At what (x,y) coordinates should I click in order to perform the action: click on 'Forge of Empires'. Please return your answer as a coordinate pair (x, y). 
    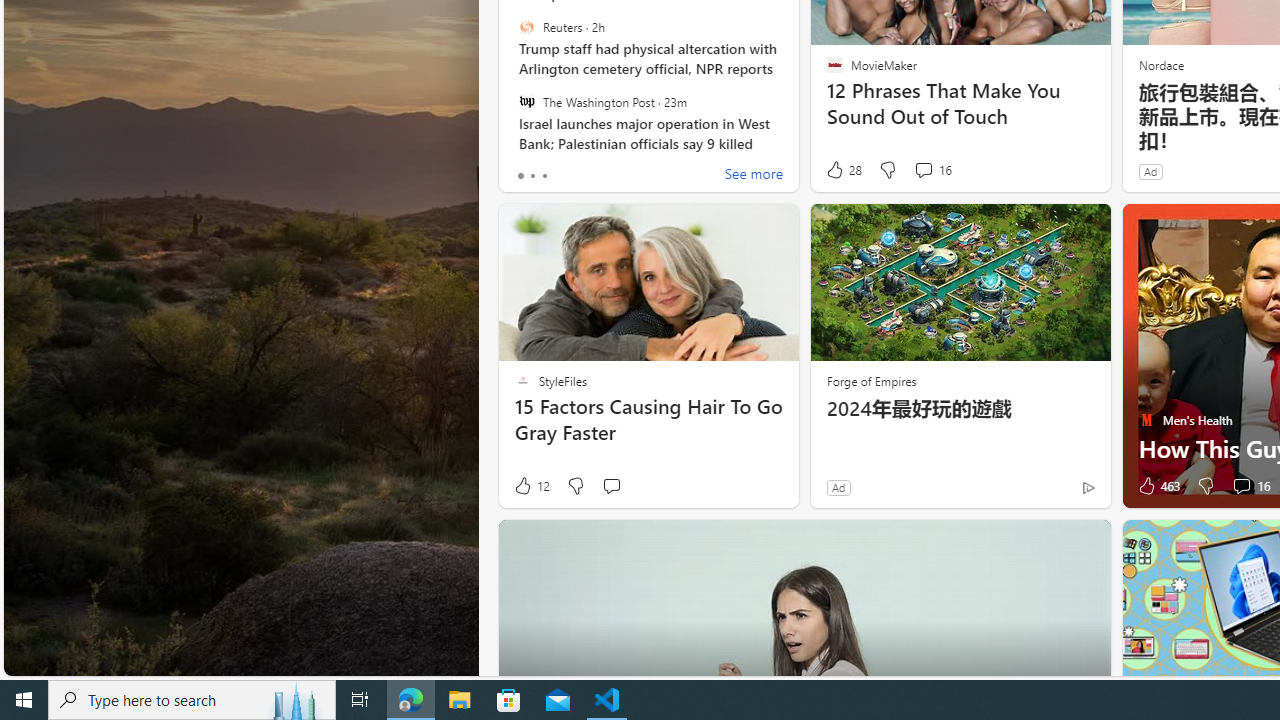
    Looking at the image, I should click on (871, 380).